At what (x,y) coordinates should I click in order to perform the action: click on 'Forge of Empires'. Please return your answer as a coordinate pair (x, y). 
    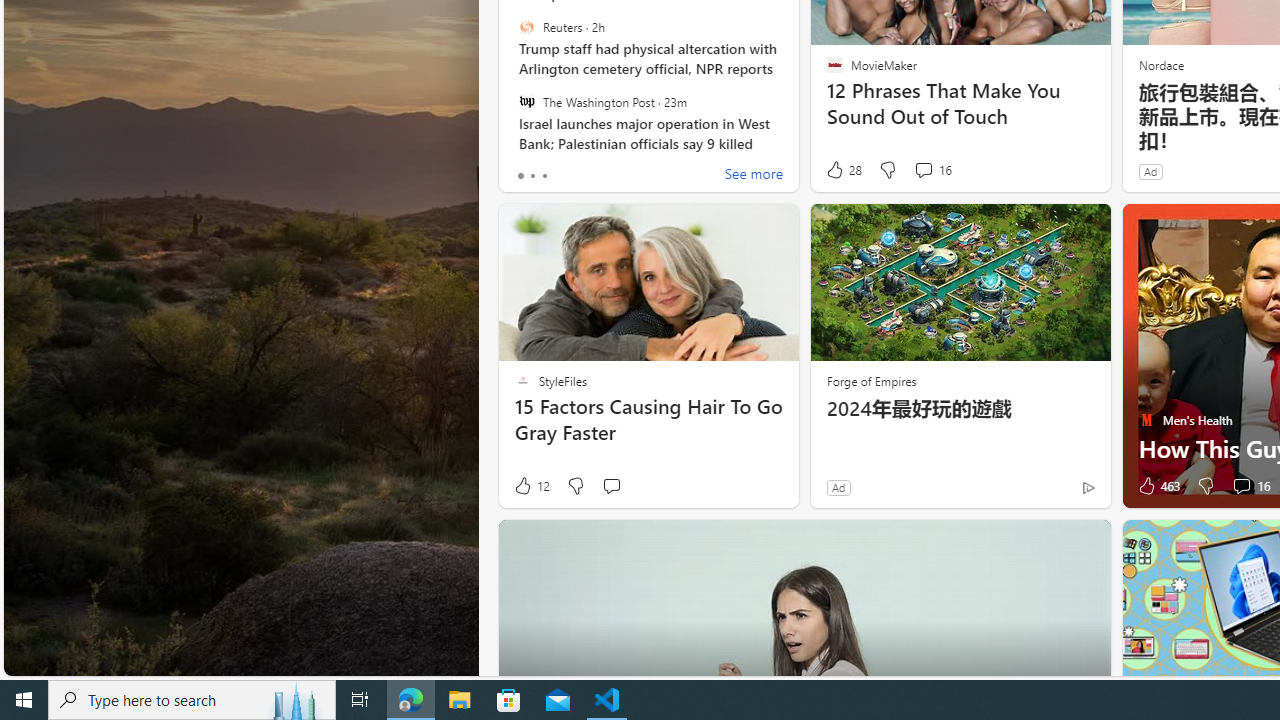
    Looking at the image, I should click on (871, 380).